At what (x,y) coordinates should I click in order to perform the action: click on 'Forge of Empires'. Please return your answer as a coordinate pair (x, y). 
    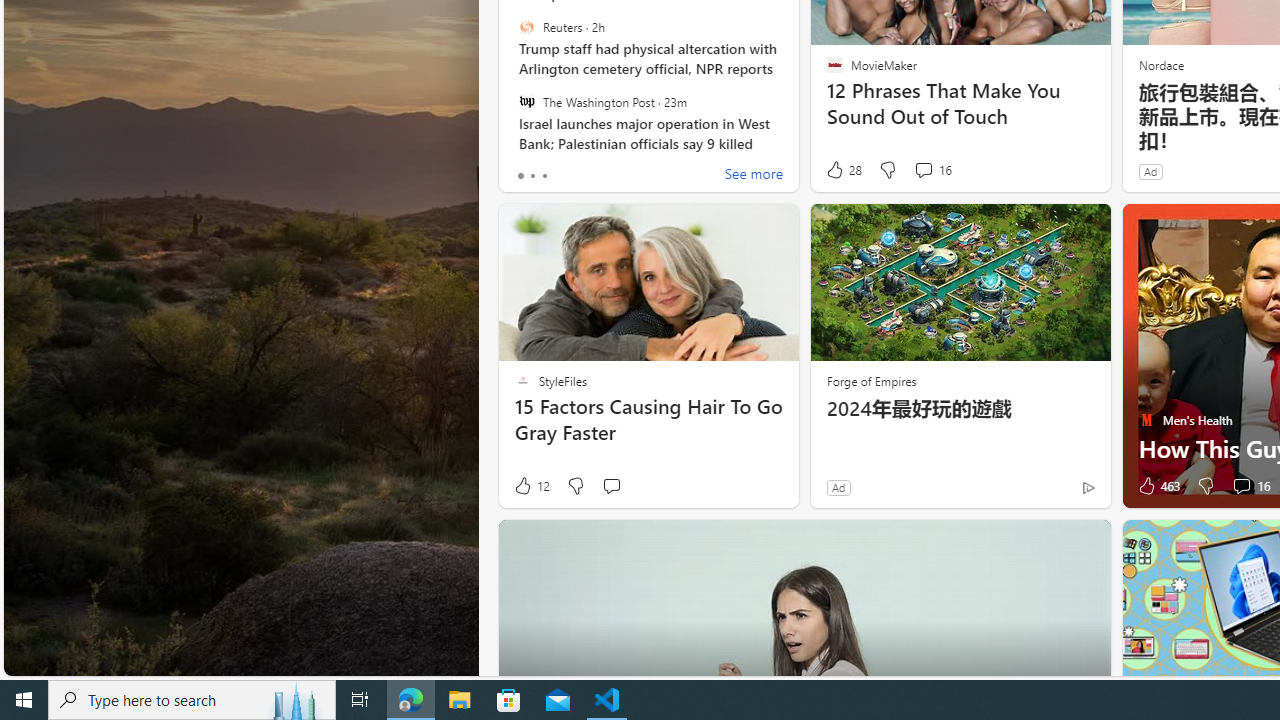
    Looking at the image, I should click on (871, 380).